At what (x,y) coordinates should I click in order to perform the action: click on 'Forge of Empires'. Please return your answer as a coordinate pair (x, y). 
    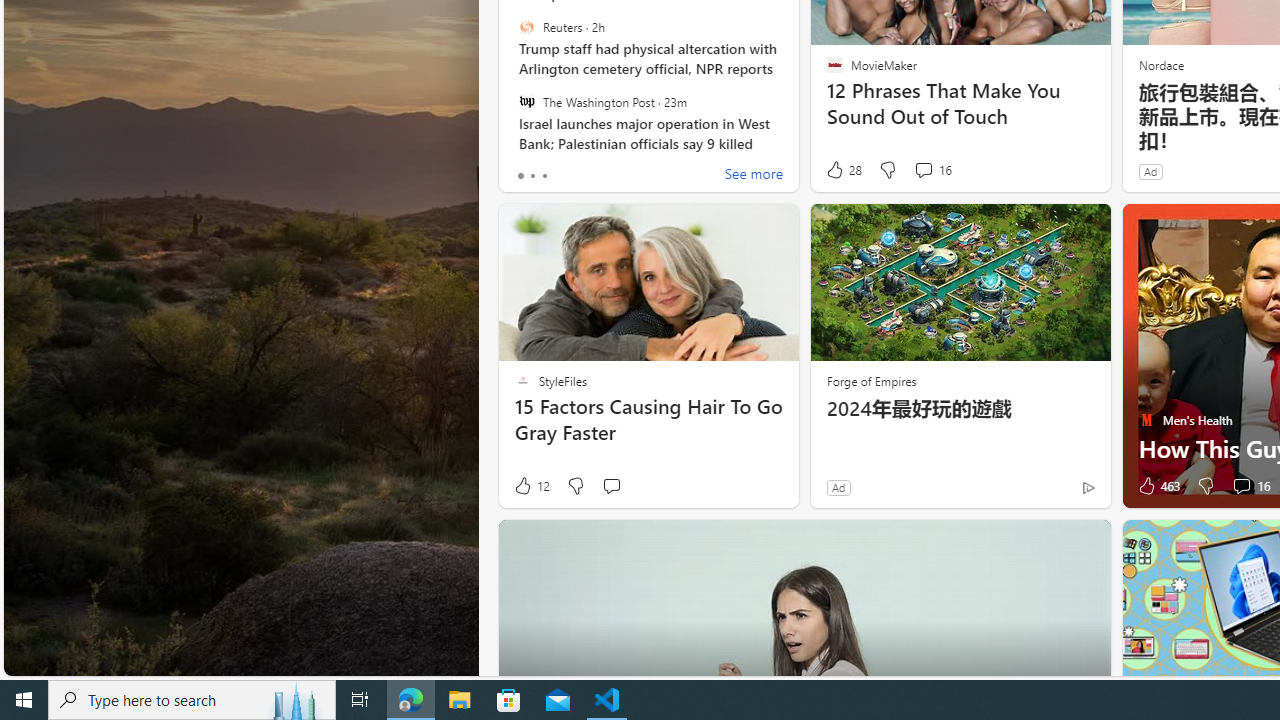
    Looking at the image, I should click on (871, 380).